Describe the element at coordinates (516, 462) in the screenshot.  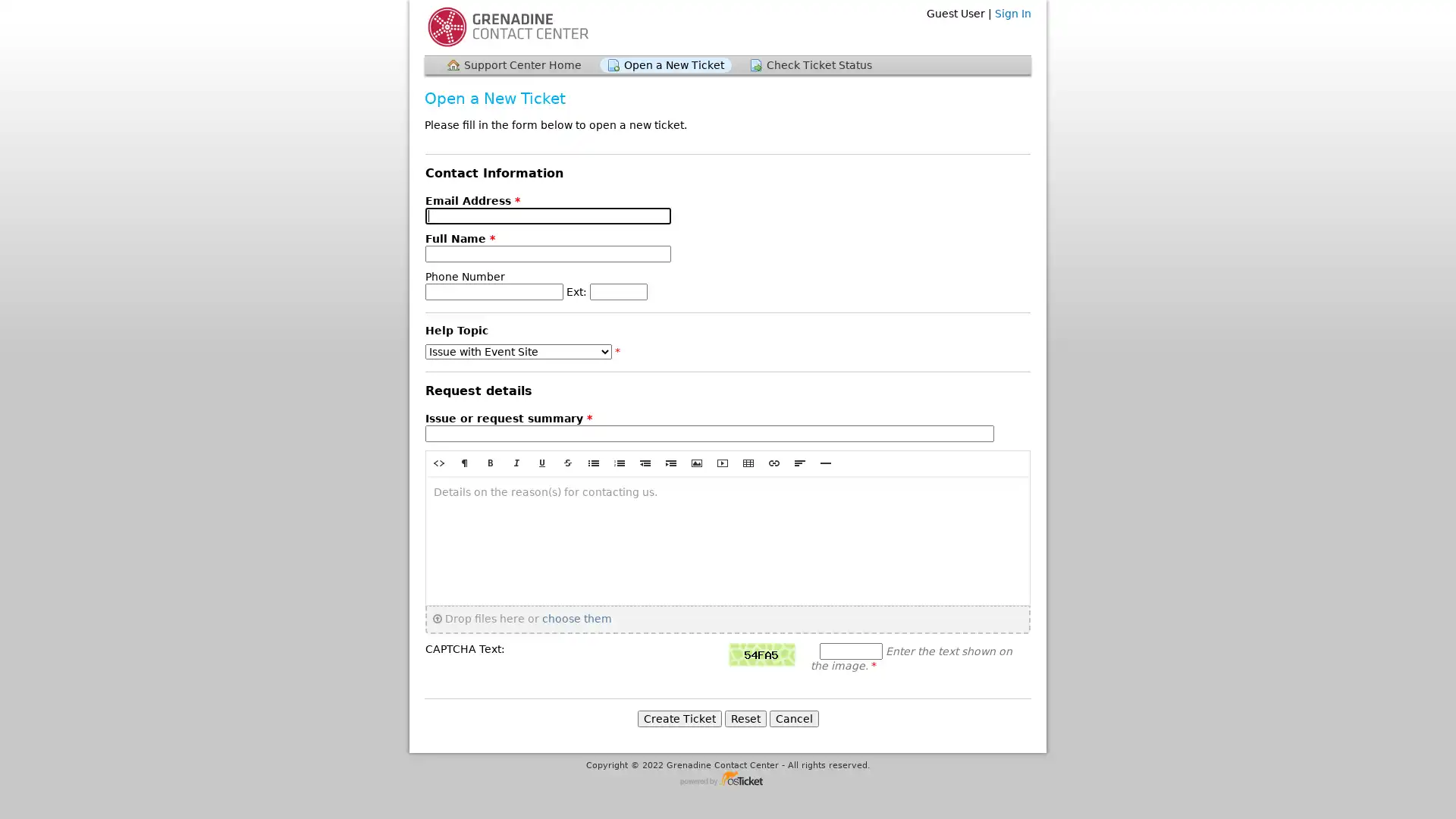
I see `Italic` at that location.